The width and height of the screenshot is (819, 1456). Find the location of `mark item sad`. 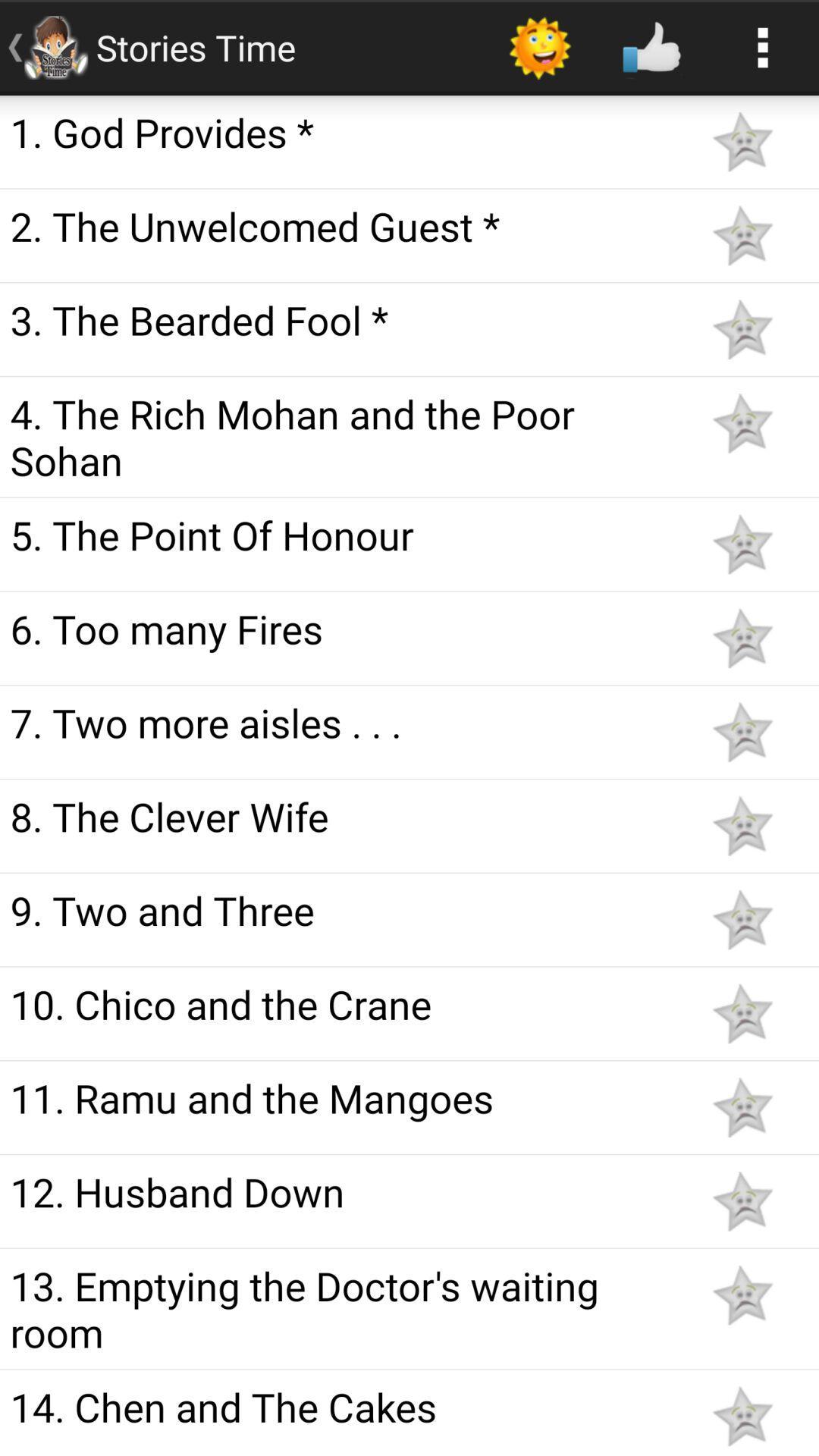

mark item sad is located at coordinates (742, 1415).